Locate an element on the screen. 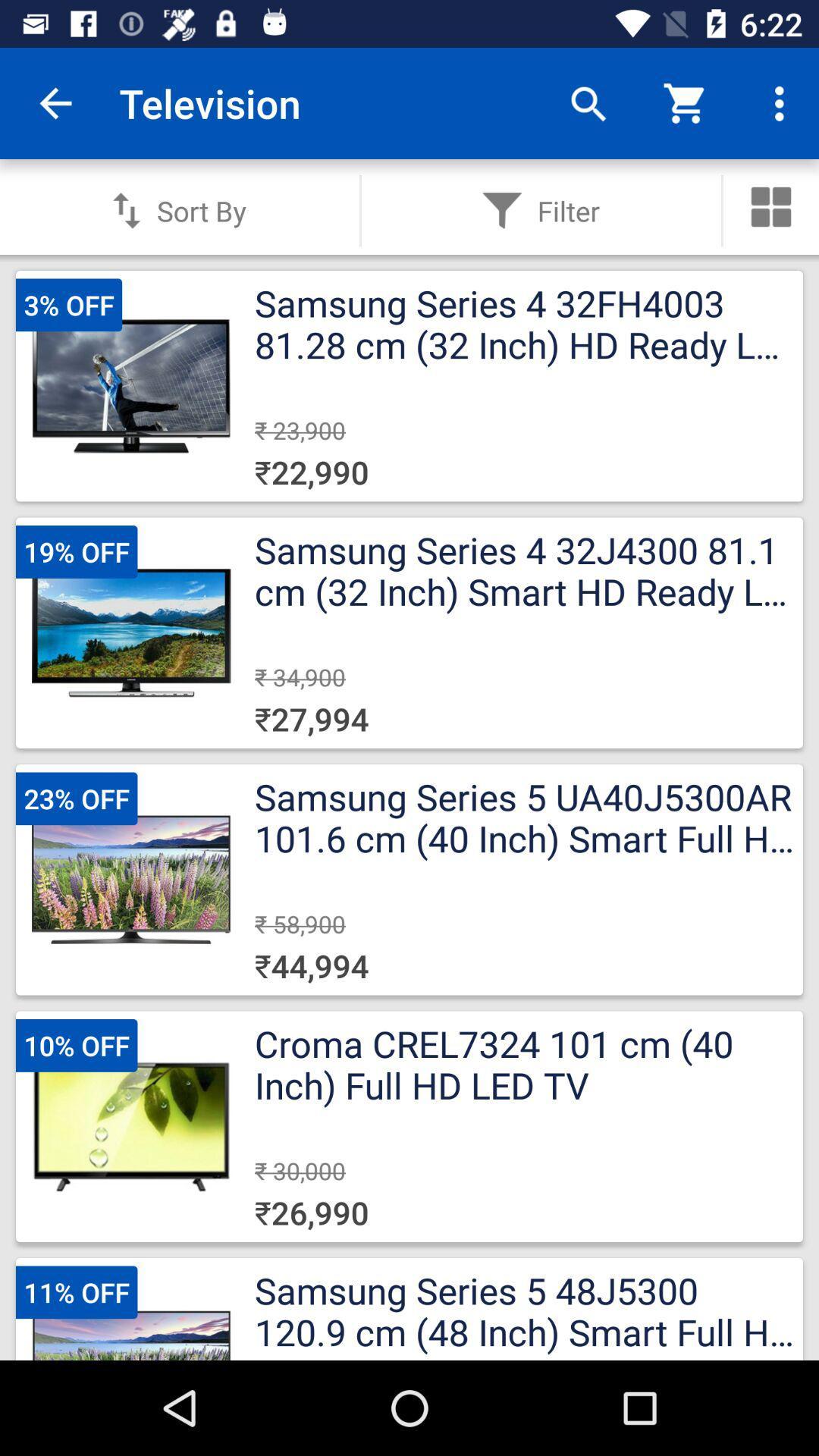 This screenshot has height=1456, width=819. item above filter icon is located at coordinates (587, 102).